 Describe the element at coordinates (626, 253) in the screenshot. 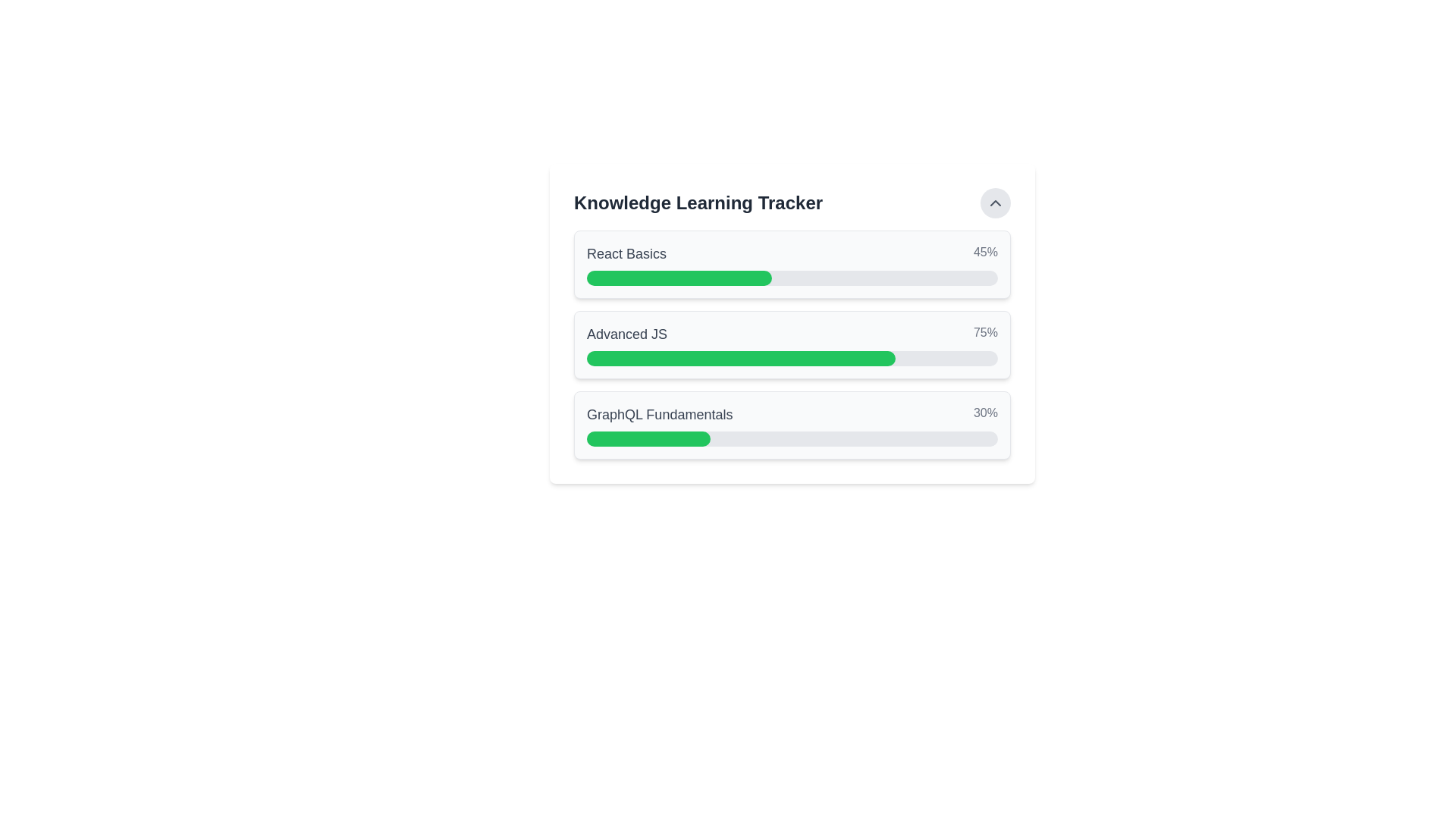

I see `the text label reading 'React Basics', which is styled in a large dark gray font and positioned in the top-left corner of the first row under the 'Knowledge Learning Tracker' title` at that location.